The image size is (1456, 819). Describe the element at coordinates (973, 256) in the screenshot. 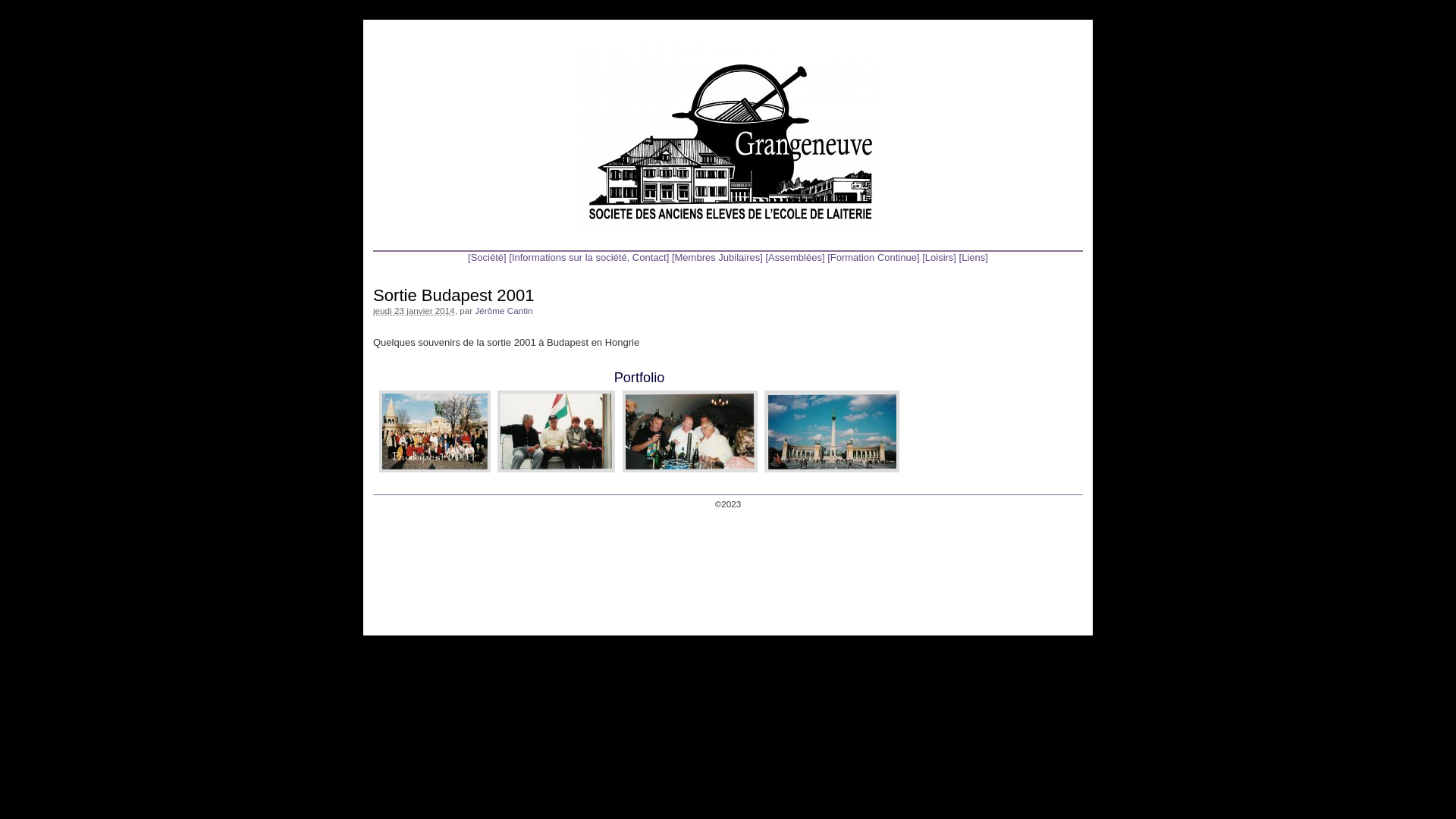

I see `'[Liens]'` at that location.